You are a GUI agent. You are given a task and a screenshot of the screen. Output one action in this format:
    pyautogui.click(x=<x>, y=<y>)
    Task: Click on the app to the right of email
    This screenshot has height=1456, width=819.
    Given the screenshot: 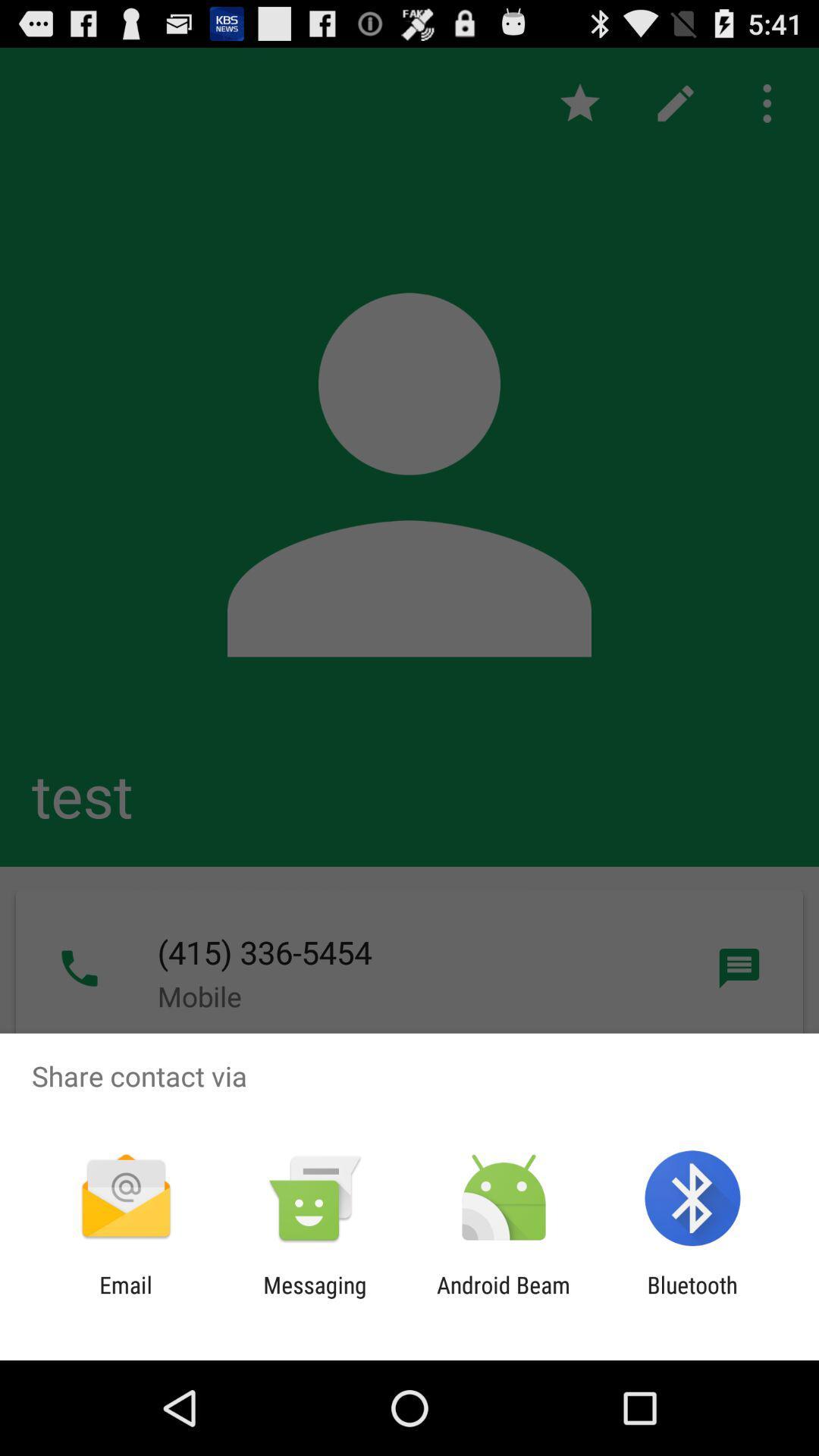 What is the action you would take?
    pyautogui.click(x=314, y=1298)
    